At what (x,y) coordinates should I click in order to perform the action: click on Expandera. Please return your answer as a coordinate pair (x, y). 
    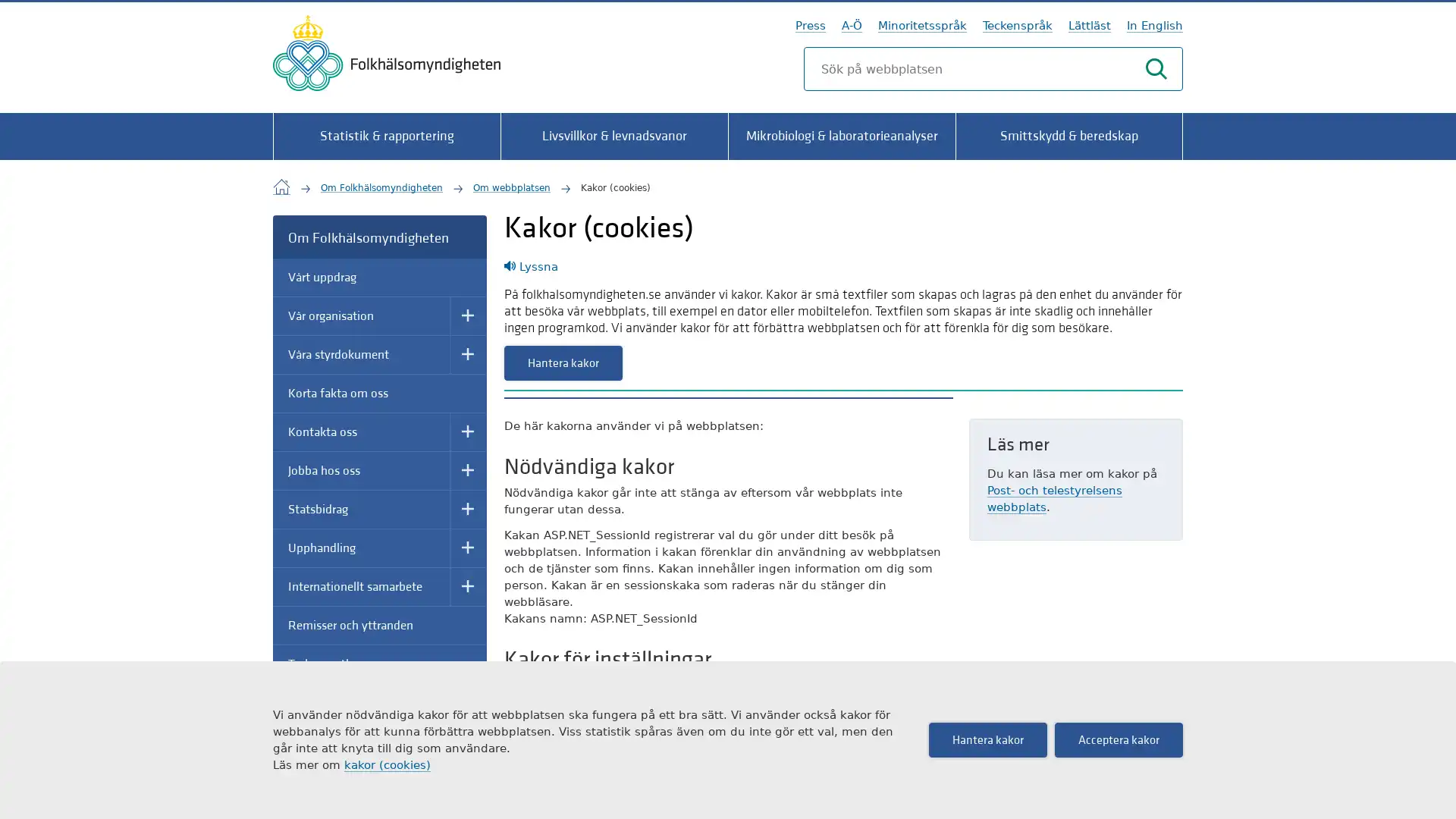
    Looking at the image, I should click on (467, 548).